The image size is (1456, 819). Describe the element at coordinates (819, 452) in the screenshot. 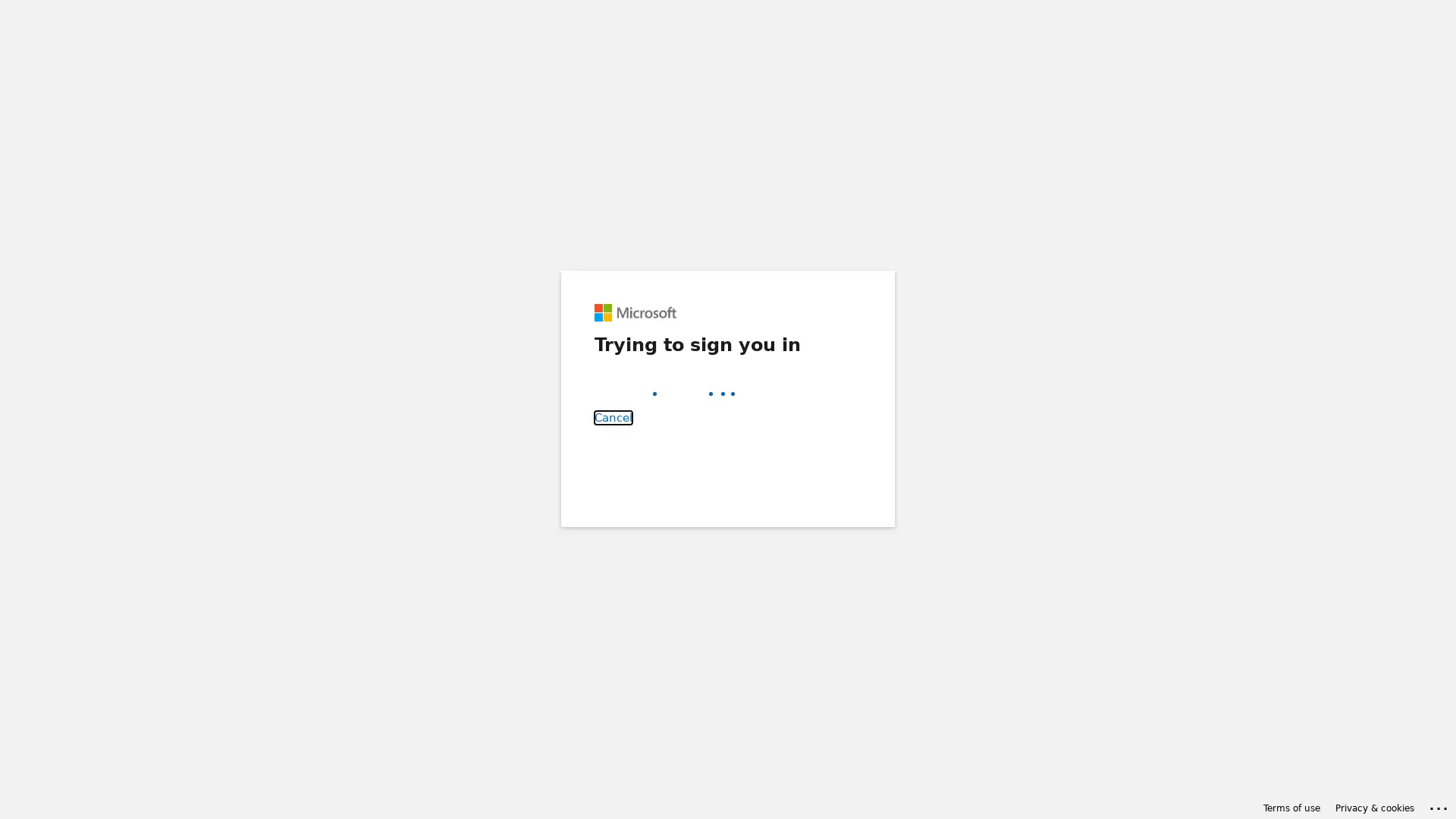

I see `Next` at that location.